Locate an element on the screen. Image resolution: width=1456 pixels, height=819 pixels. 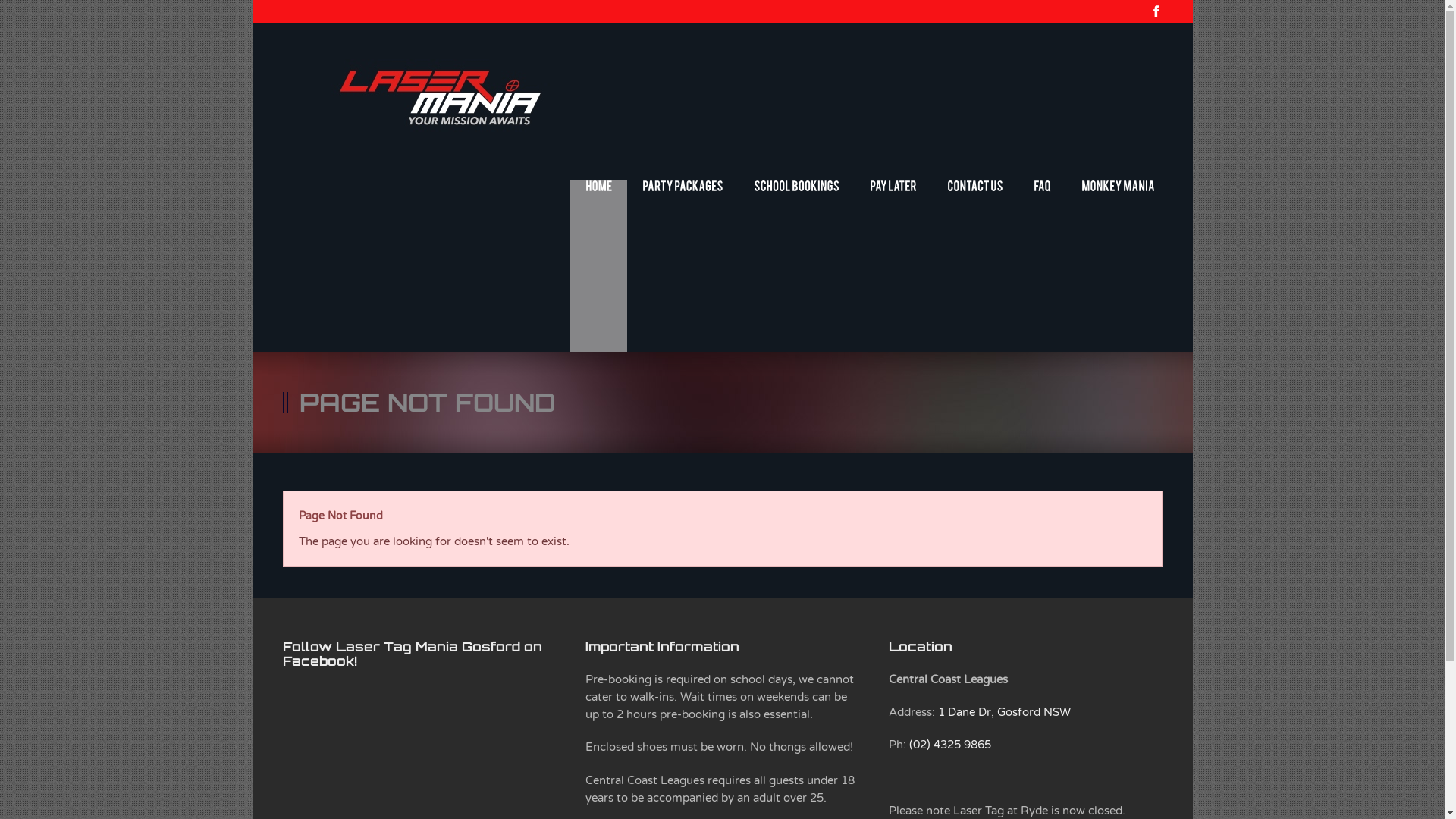
'(02) 4325 9865' is located at coordinates (949, 744).